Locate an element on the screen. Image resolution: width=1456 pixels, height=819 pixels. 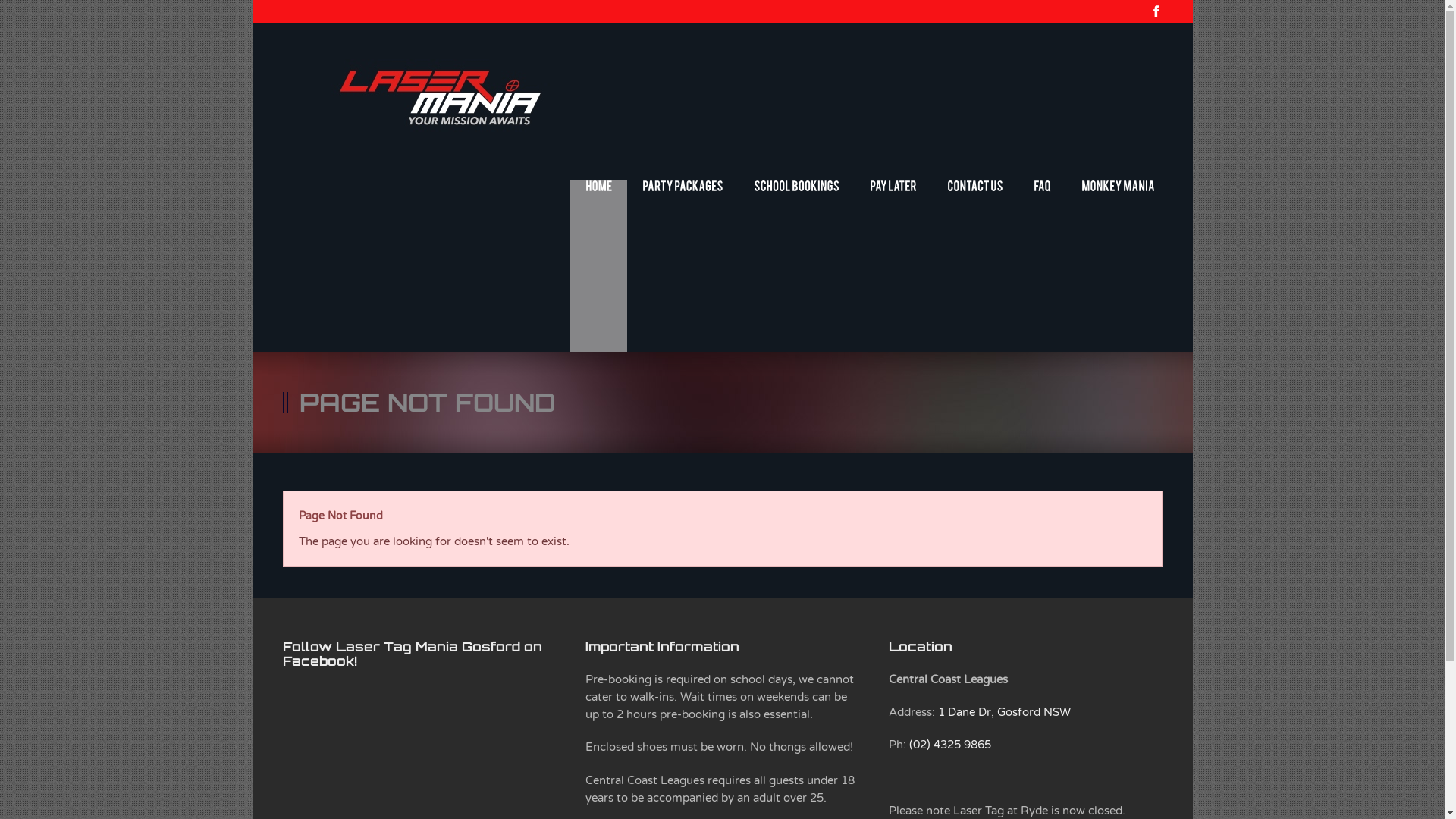
'(02) 4325 9865' is located at coordinates (949, 744).